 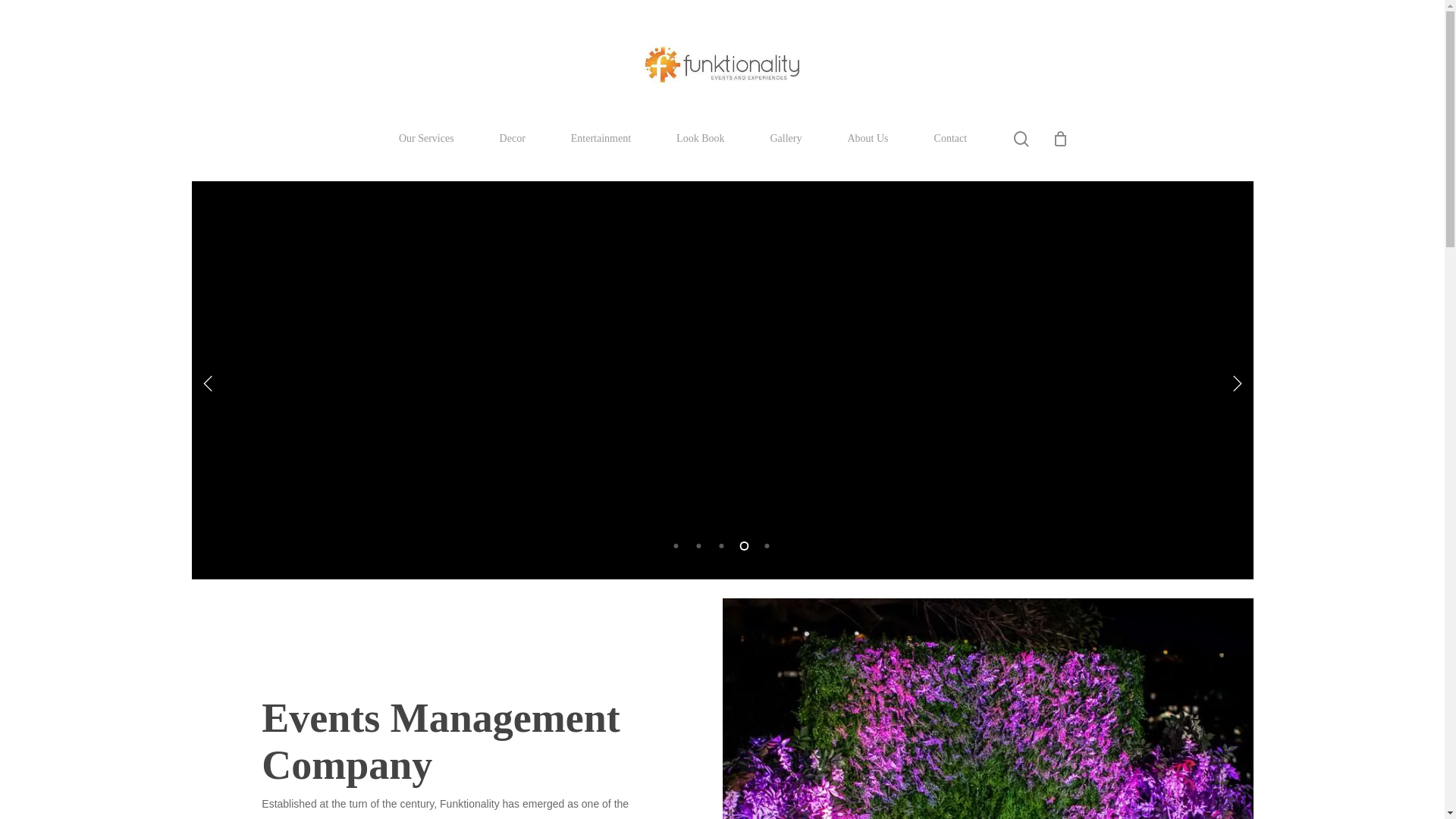 I want to click on 'Contact', so click(x=949, y=138).